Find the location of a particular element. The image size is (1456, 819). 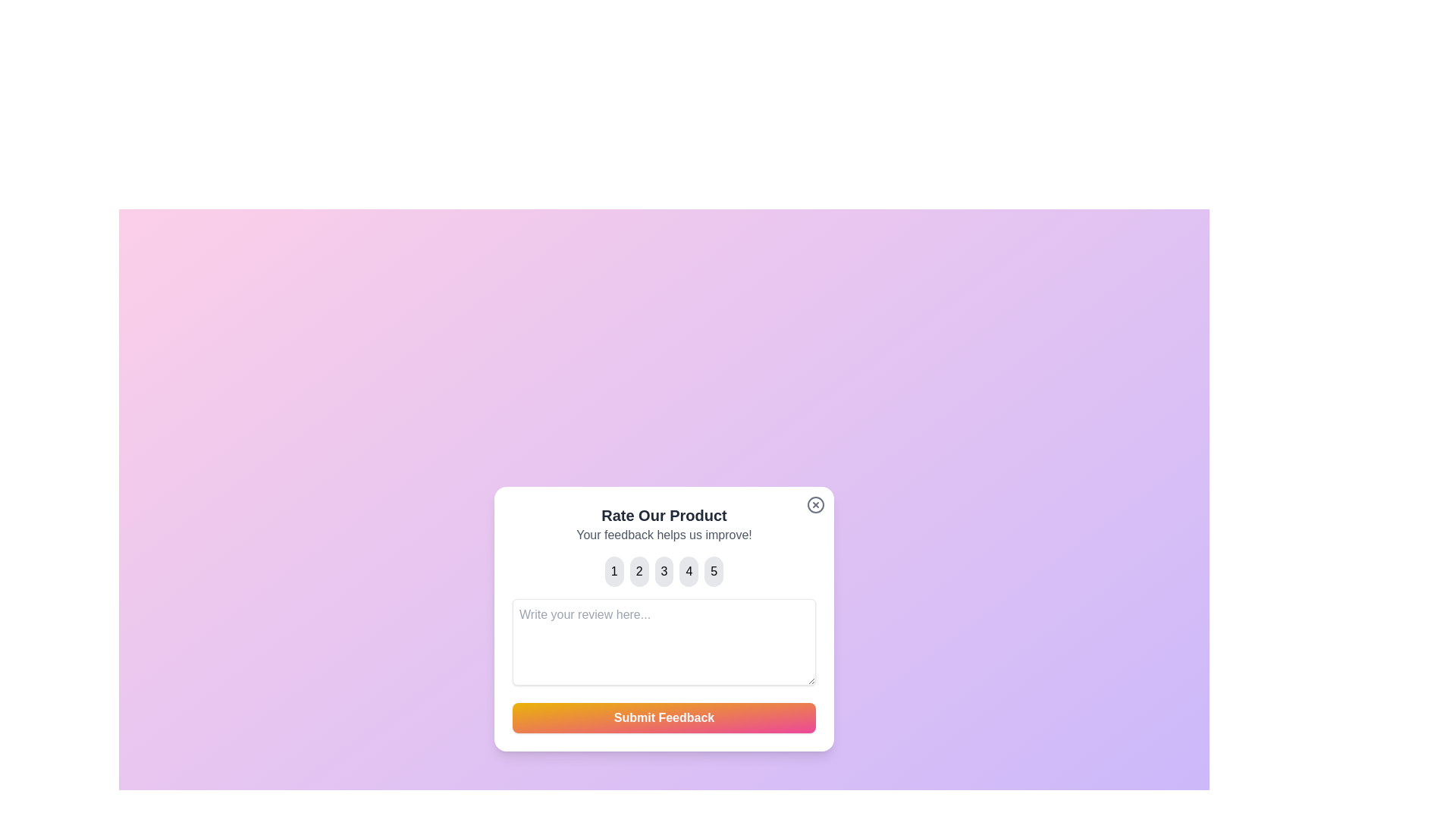

the button corresponding to the rating 1 is located at coordinates (614, 571).